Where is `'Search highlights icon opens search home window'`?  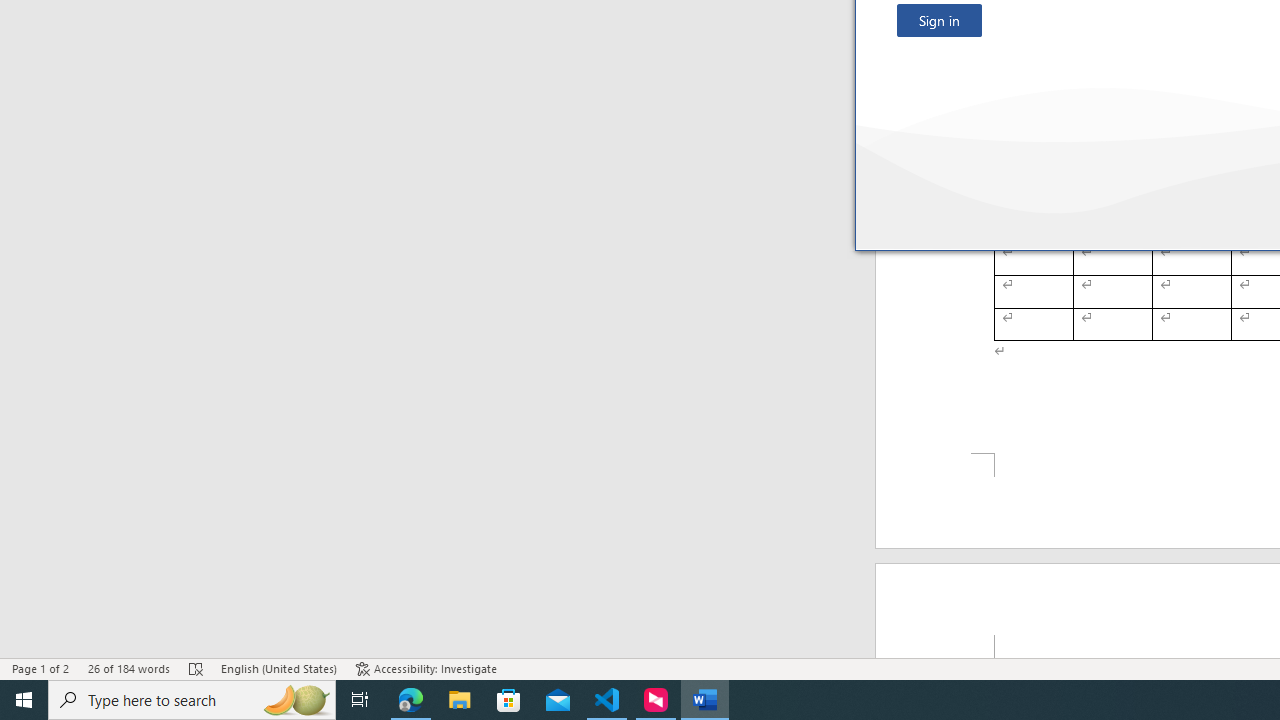
'Search highlights icon opens search home window' is located at coordinates (294, 698).